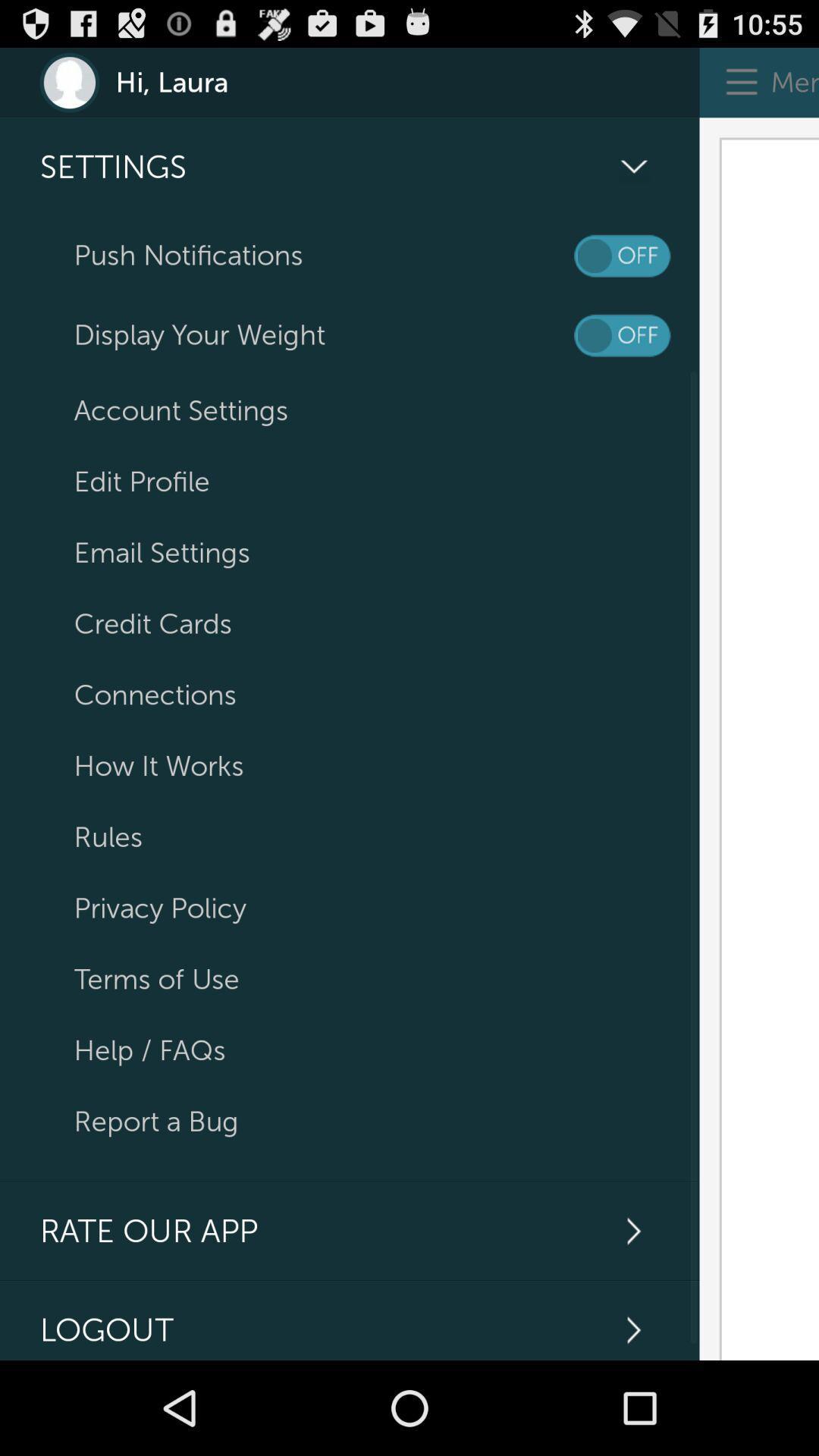 This screenshot has height=1456, width=819. I want to click on push notifications, so click(622, 256).